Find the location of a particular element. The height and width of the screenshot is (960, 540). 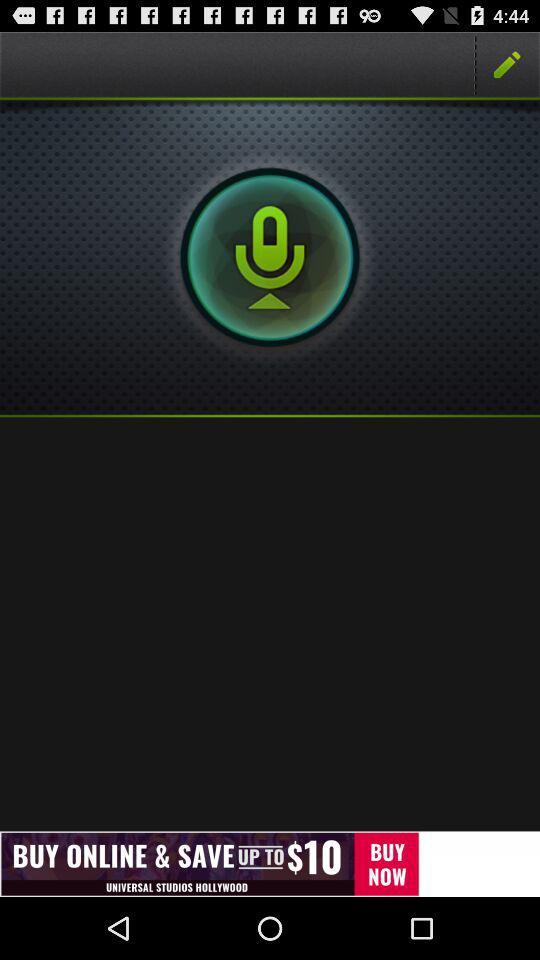

start record is located at coordinates (270, 256).